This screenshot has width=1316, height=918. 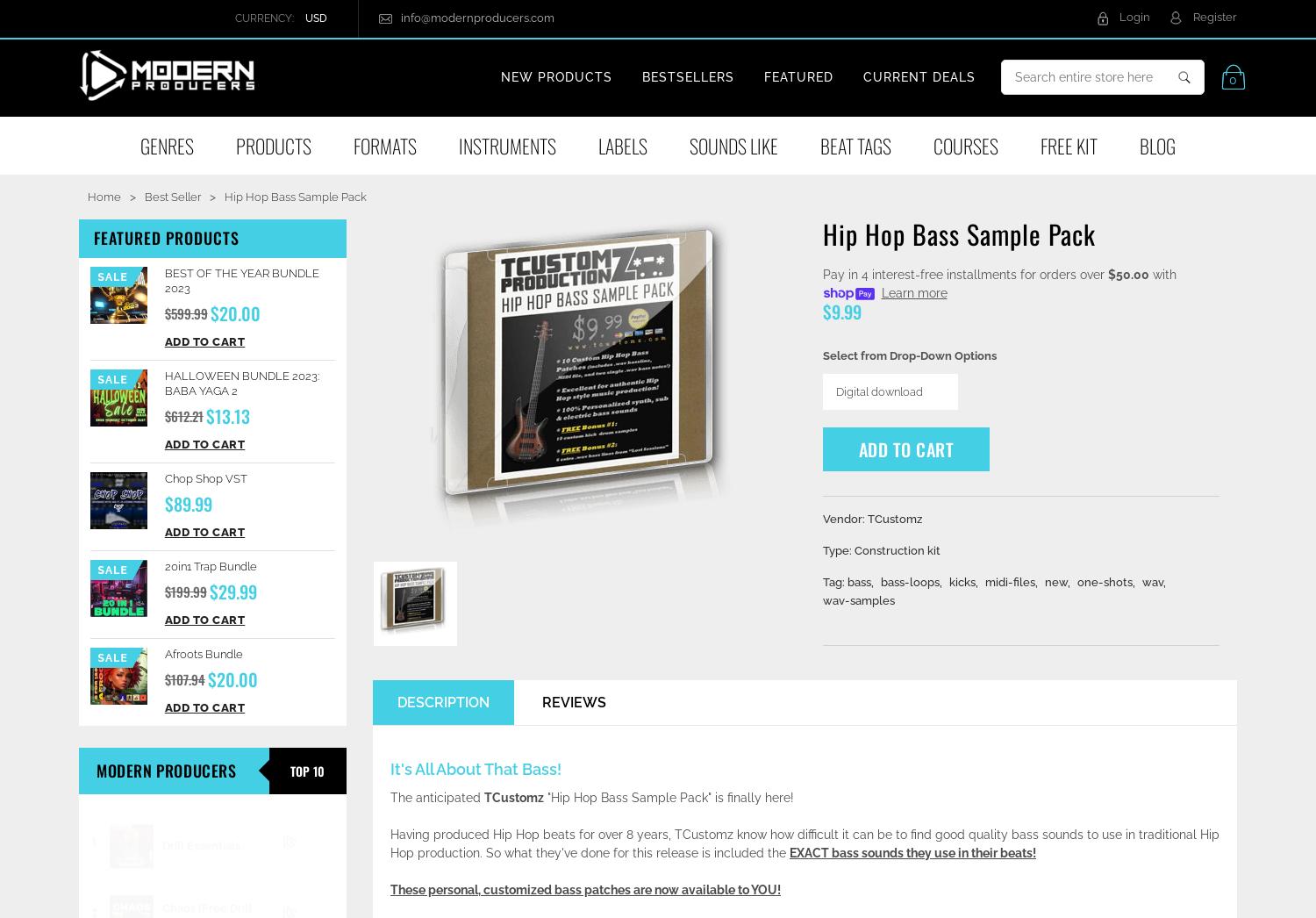 What do you see at coordinates (443, 702) in the screenshot?
I see `'Description'` at bounding box center [443, 702].